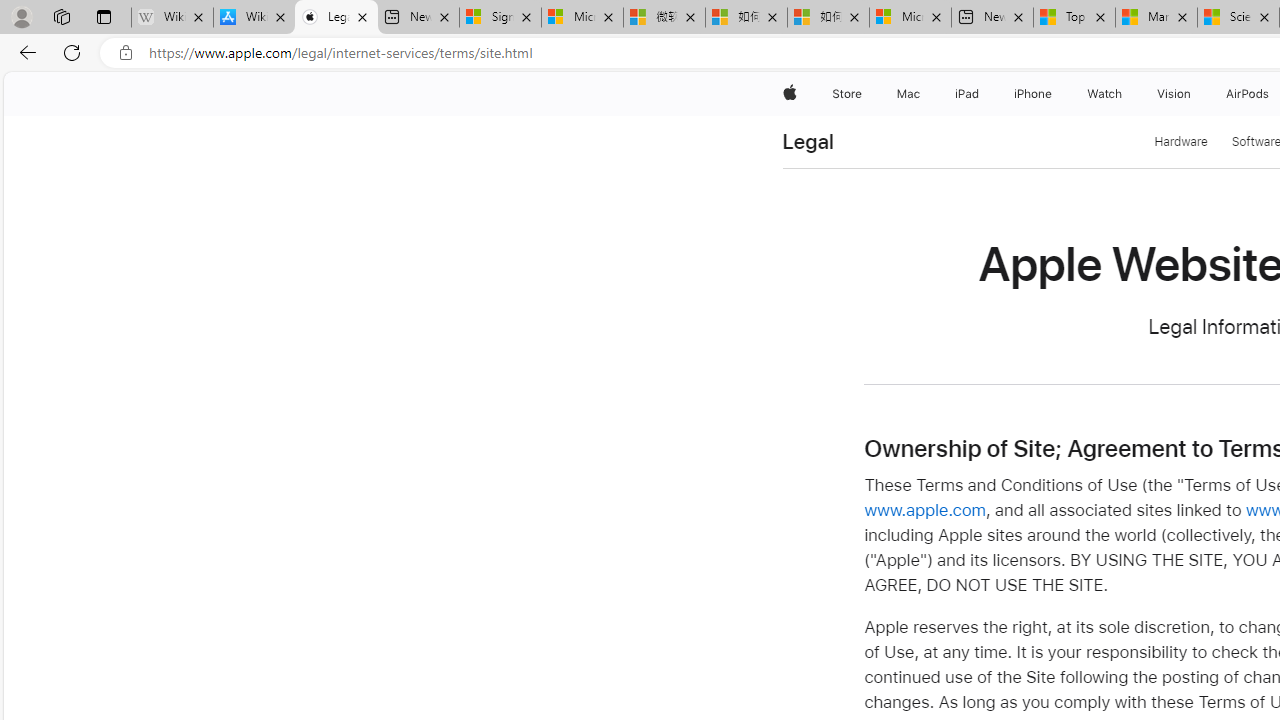  I want to click on 'iPhone', so click(1033, 93).